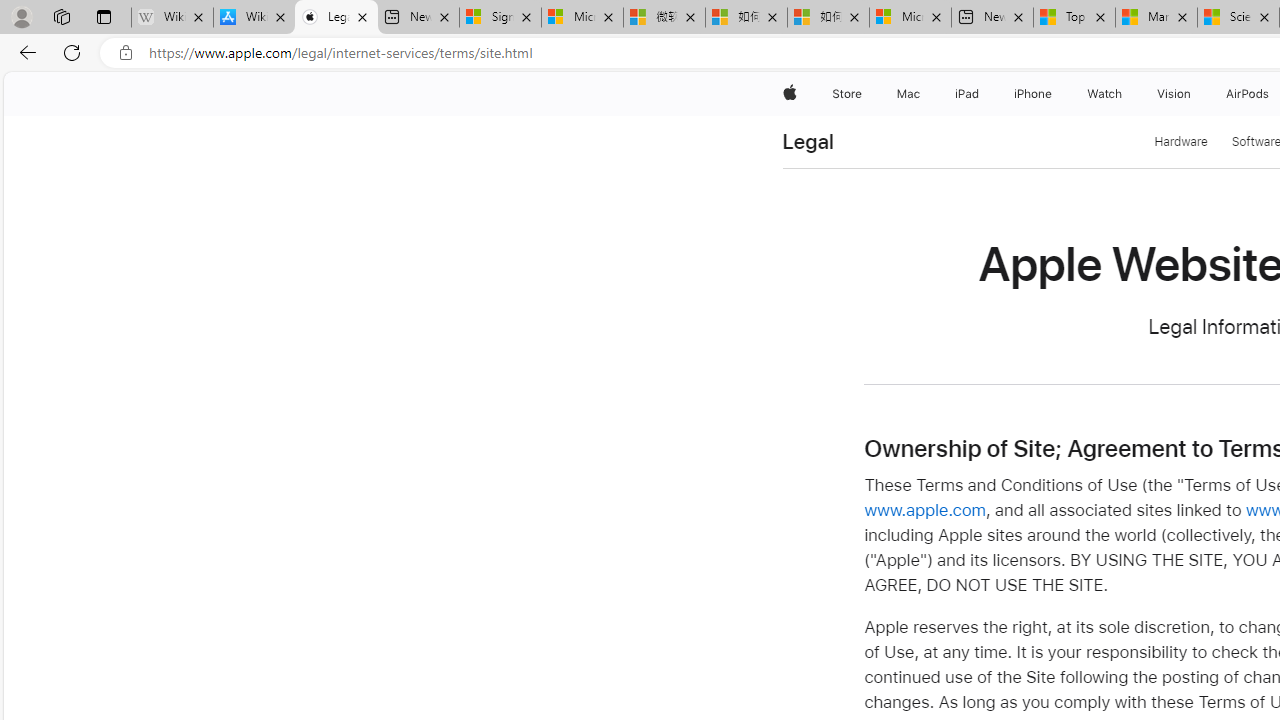  I want to click on 'iPhone', so click(1033, 93).